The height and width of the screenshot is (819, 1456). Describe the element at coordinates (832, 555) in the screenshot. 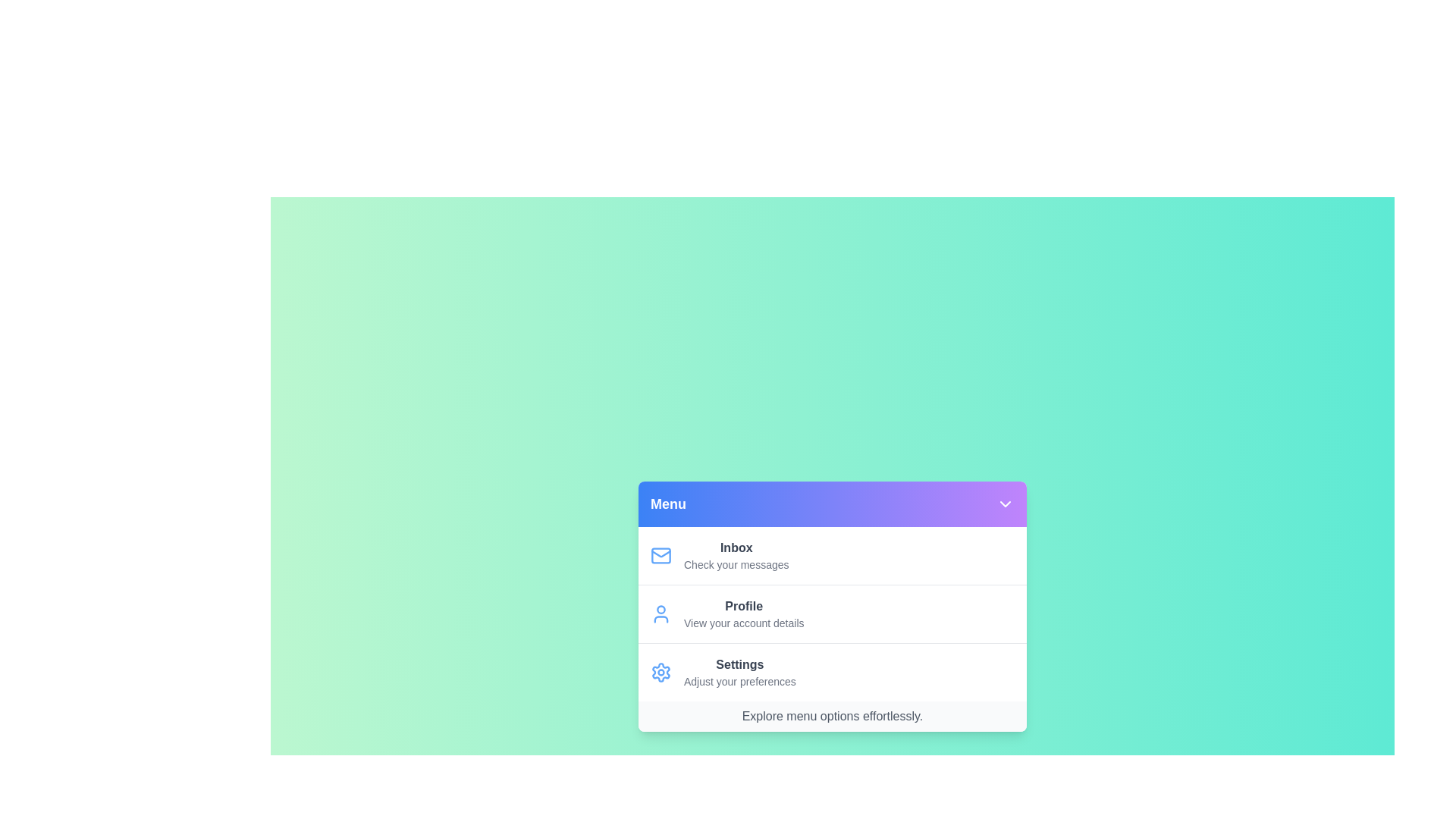

I see `the menu item Inbox from the menu` at that location.